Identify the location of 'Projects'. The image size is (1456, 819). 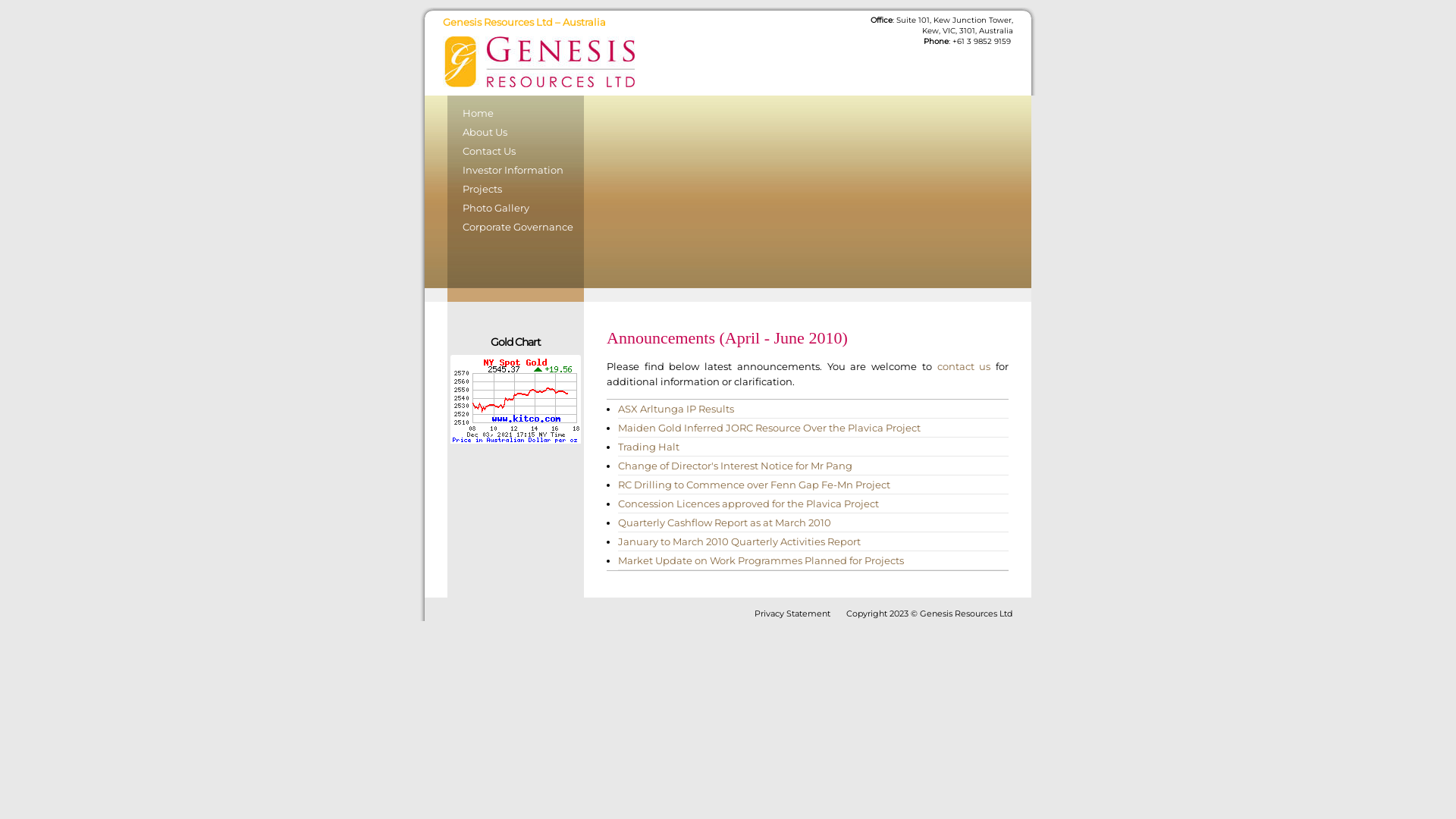
(516, 190).